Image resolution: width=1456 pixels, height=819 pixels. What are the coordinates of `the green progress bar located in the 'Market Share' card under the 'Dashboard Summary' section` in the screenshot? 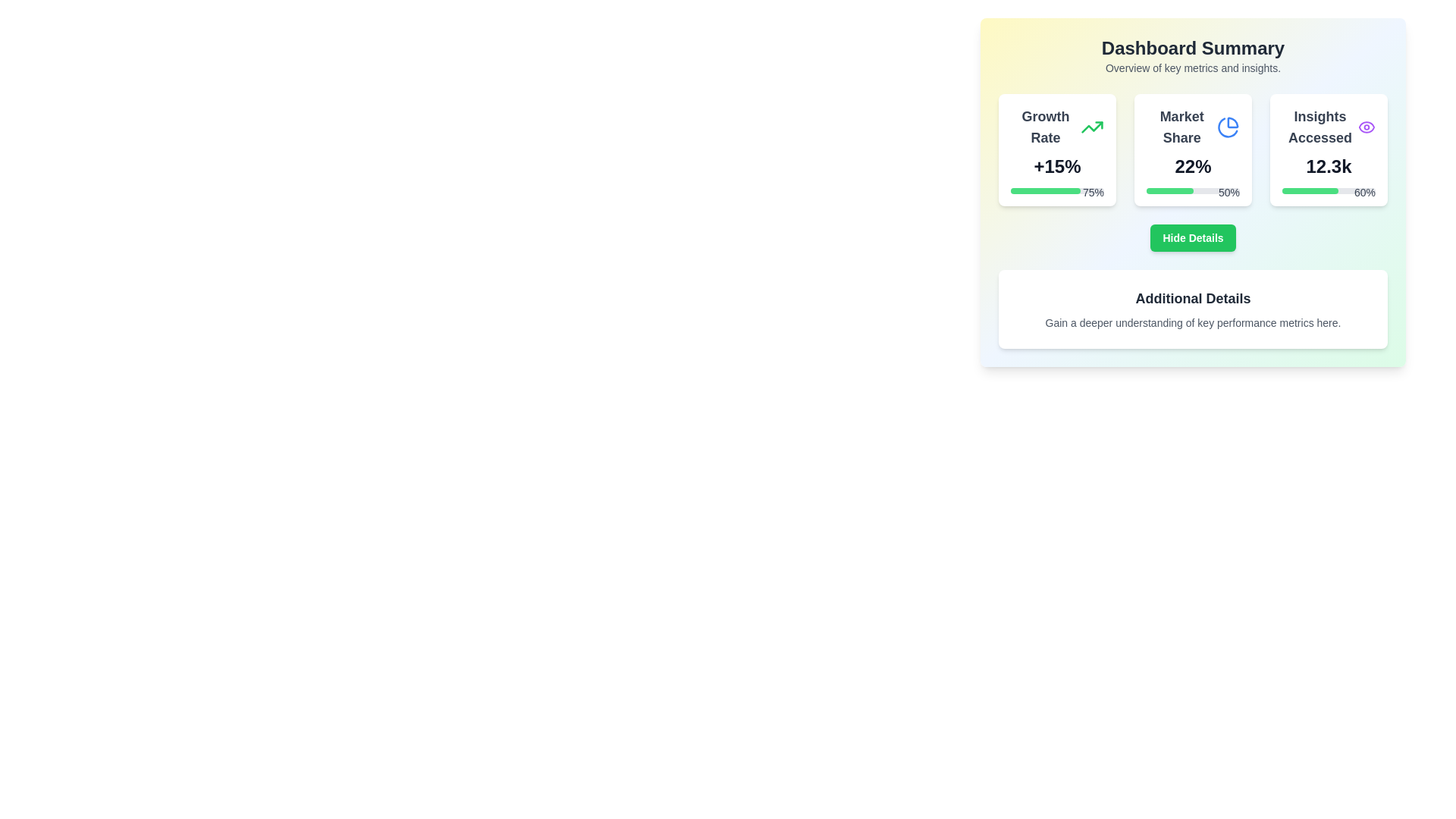 It's located at (1169, 190).